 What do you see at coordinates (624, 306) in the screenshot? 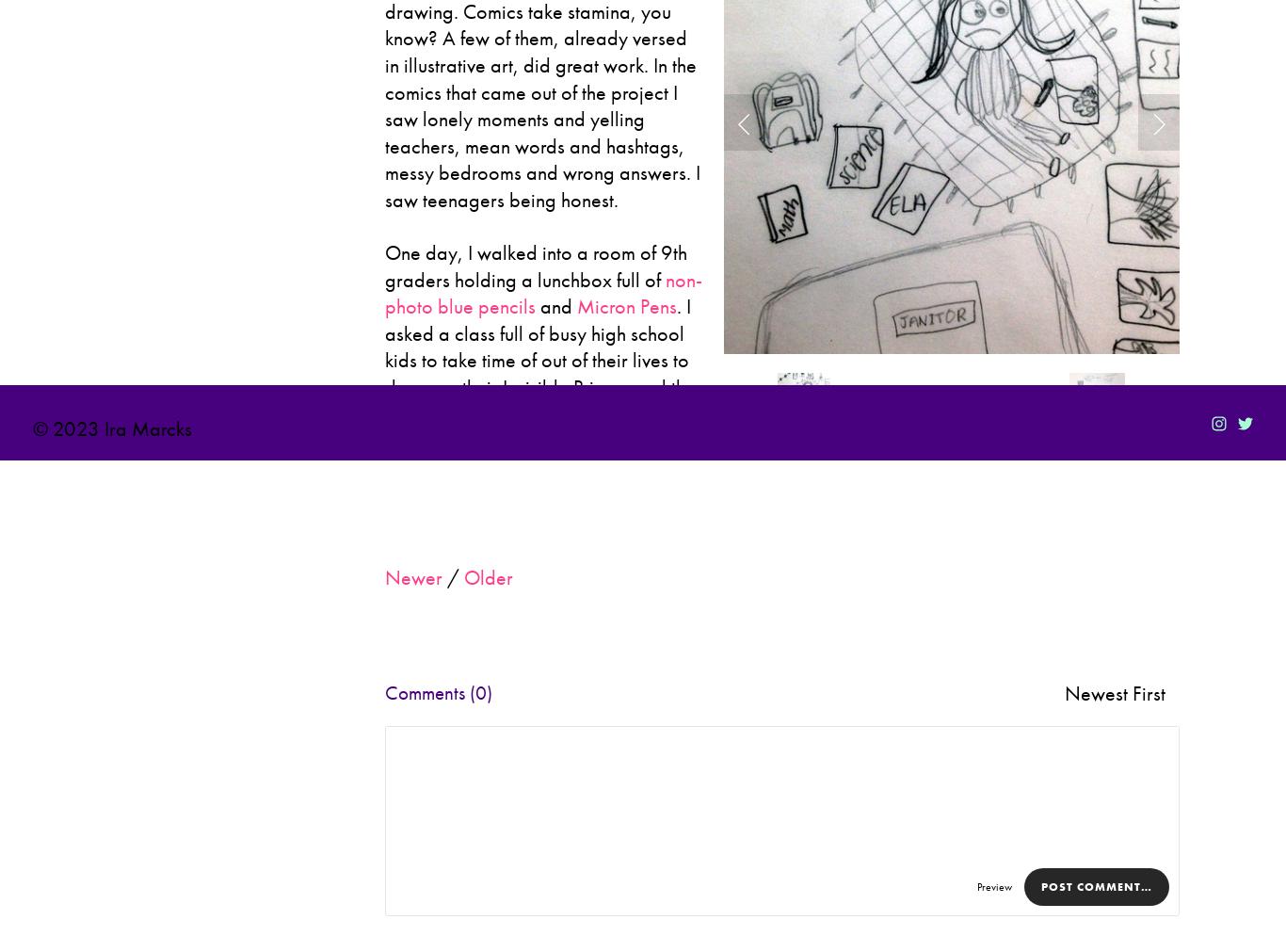
I see `'Micron Pens'` at bounding box center [624, 306].